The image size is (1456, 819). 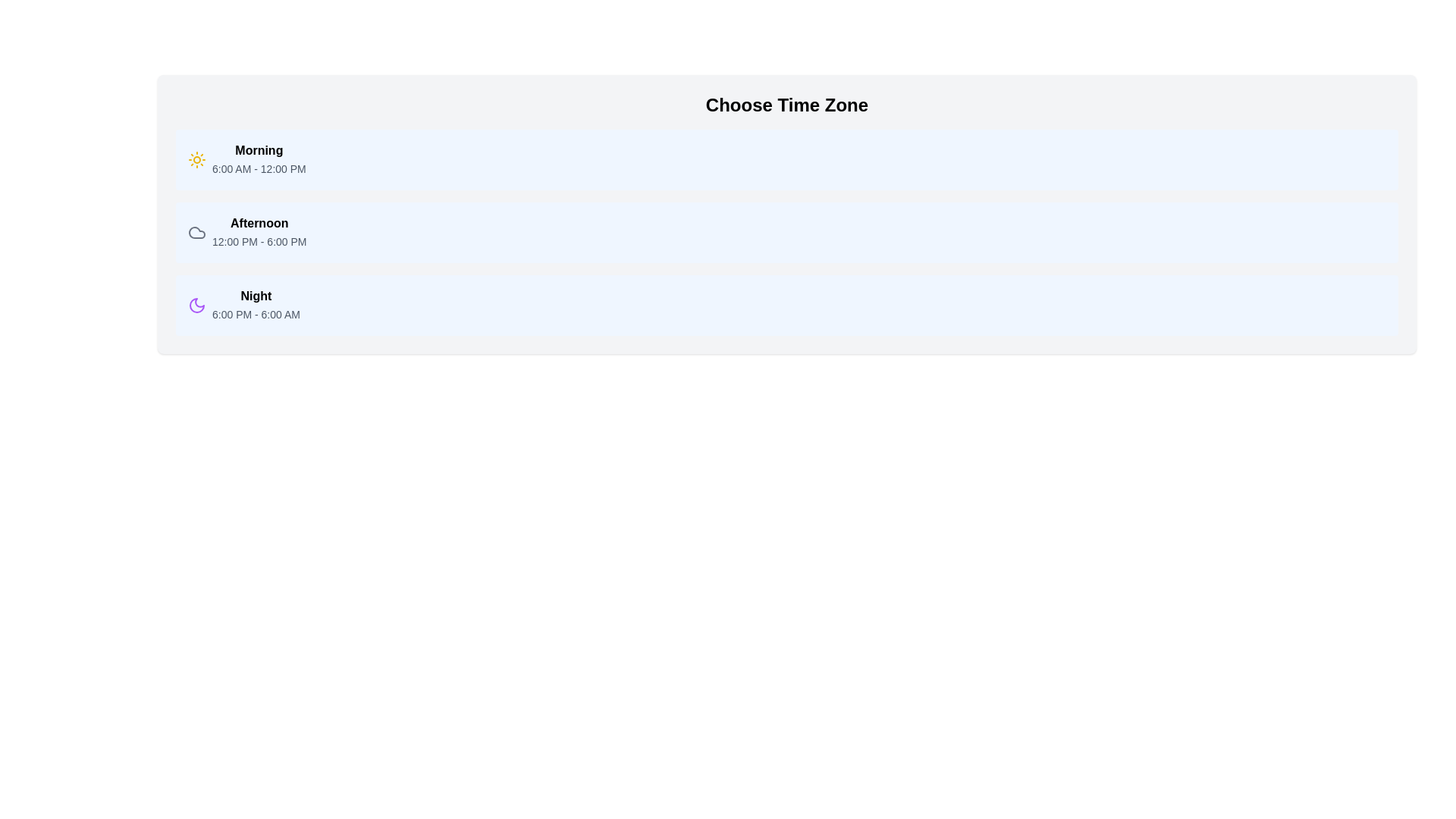 I want to click on the selectable list item labeled 'Afternoon', so click(x=786, y=233).